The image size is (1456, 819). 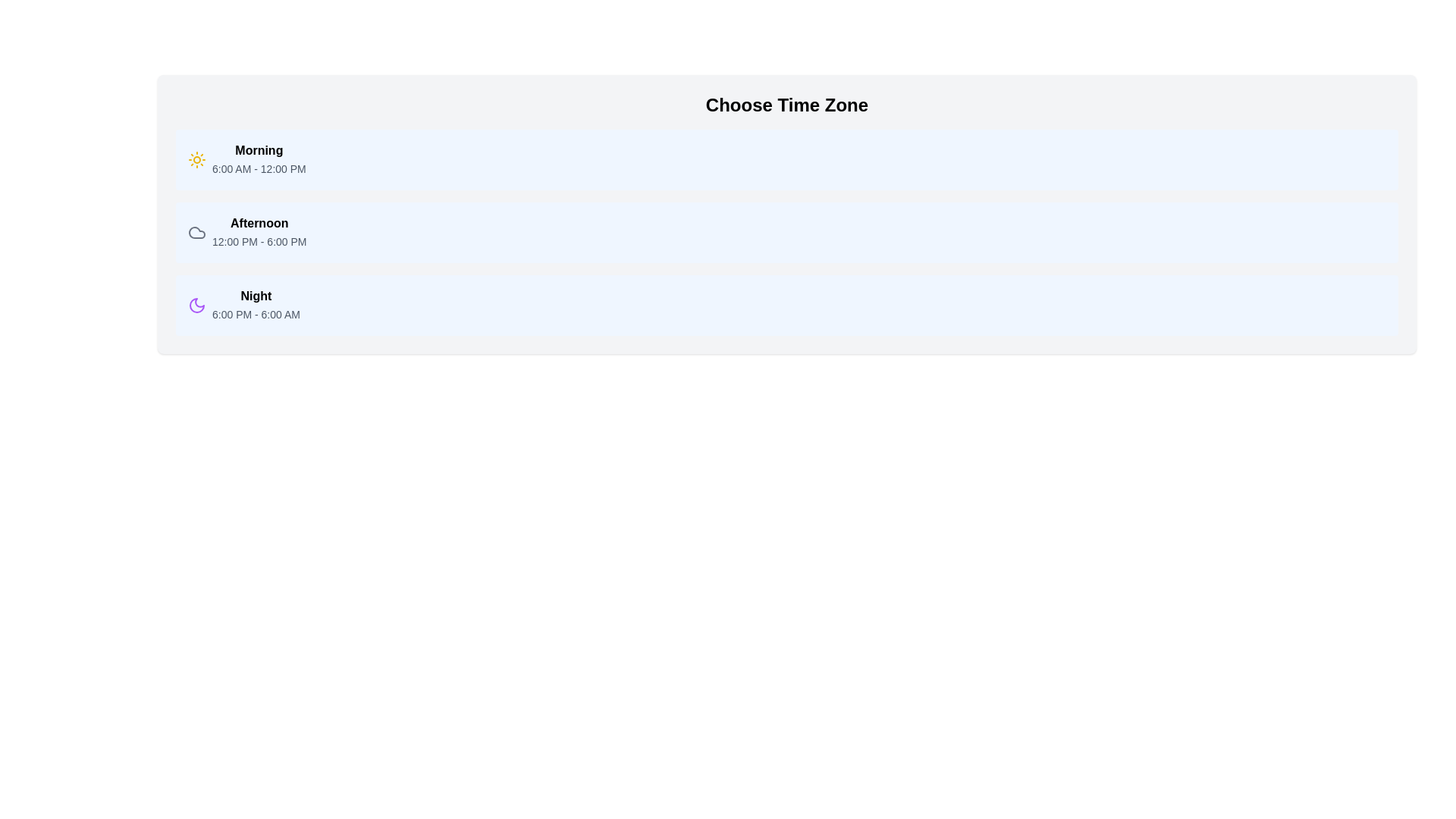 I want to click on the selectable list item labeled 'Afternoon', so click(x=786, y=233).